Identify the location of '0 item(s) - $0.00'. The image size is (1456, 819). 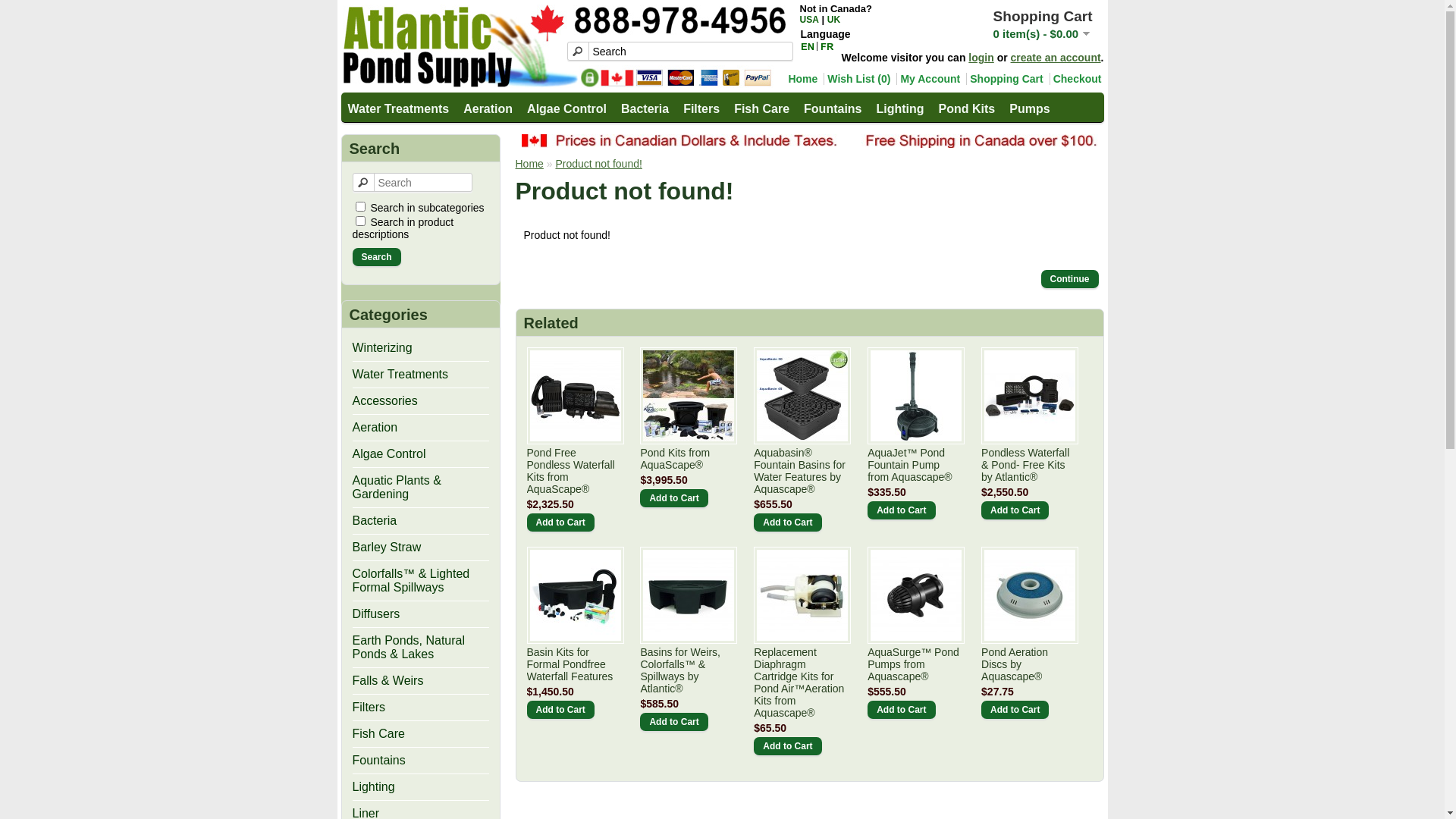
(1040, 33).